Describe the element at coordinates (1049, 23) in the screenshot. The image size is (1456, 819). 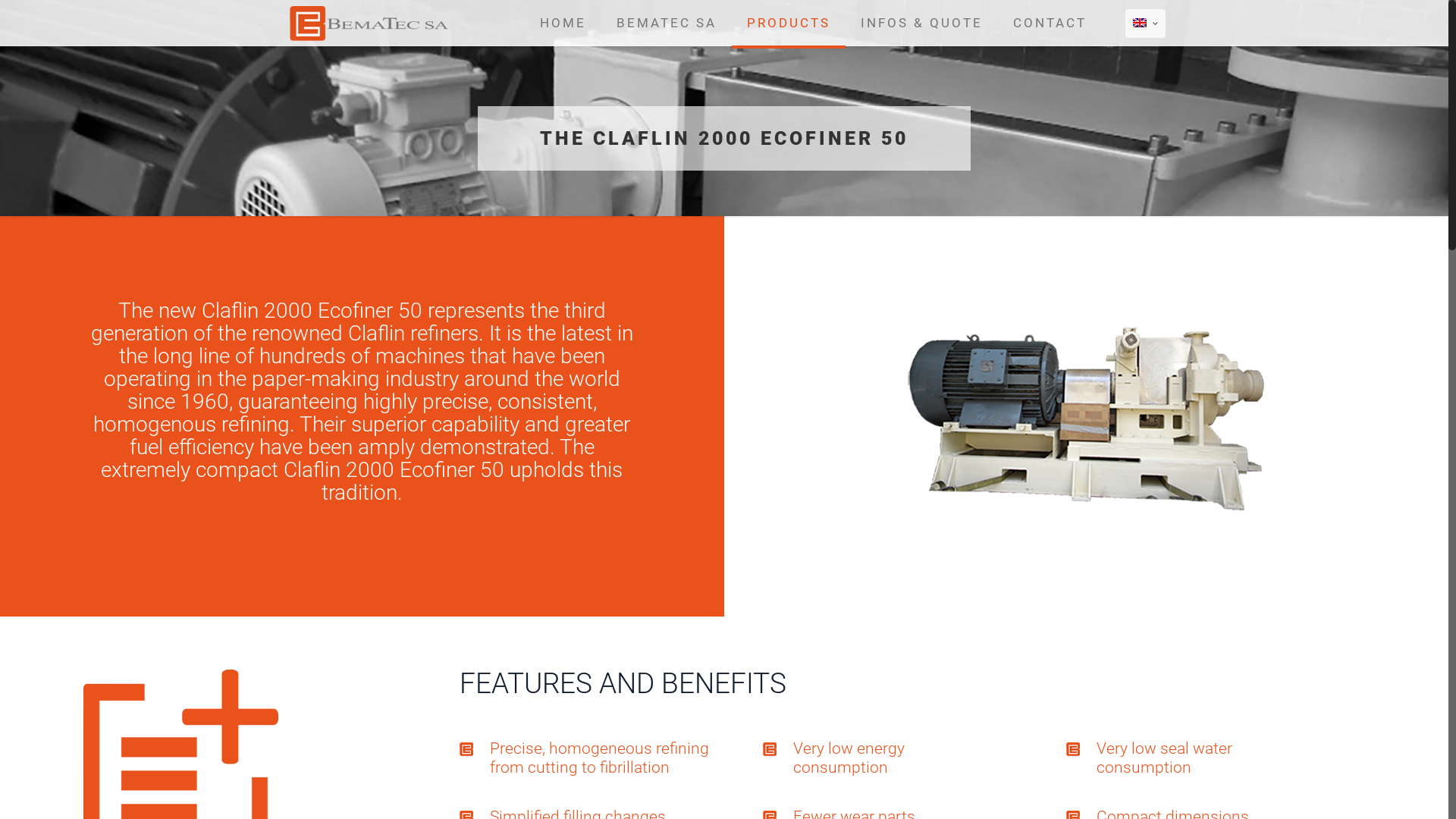
I see `'CONTACT'` at that location.